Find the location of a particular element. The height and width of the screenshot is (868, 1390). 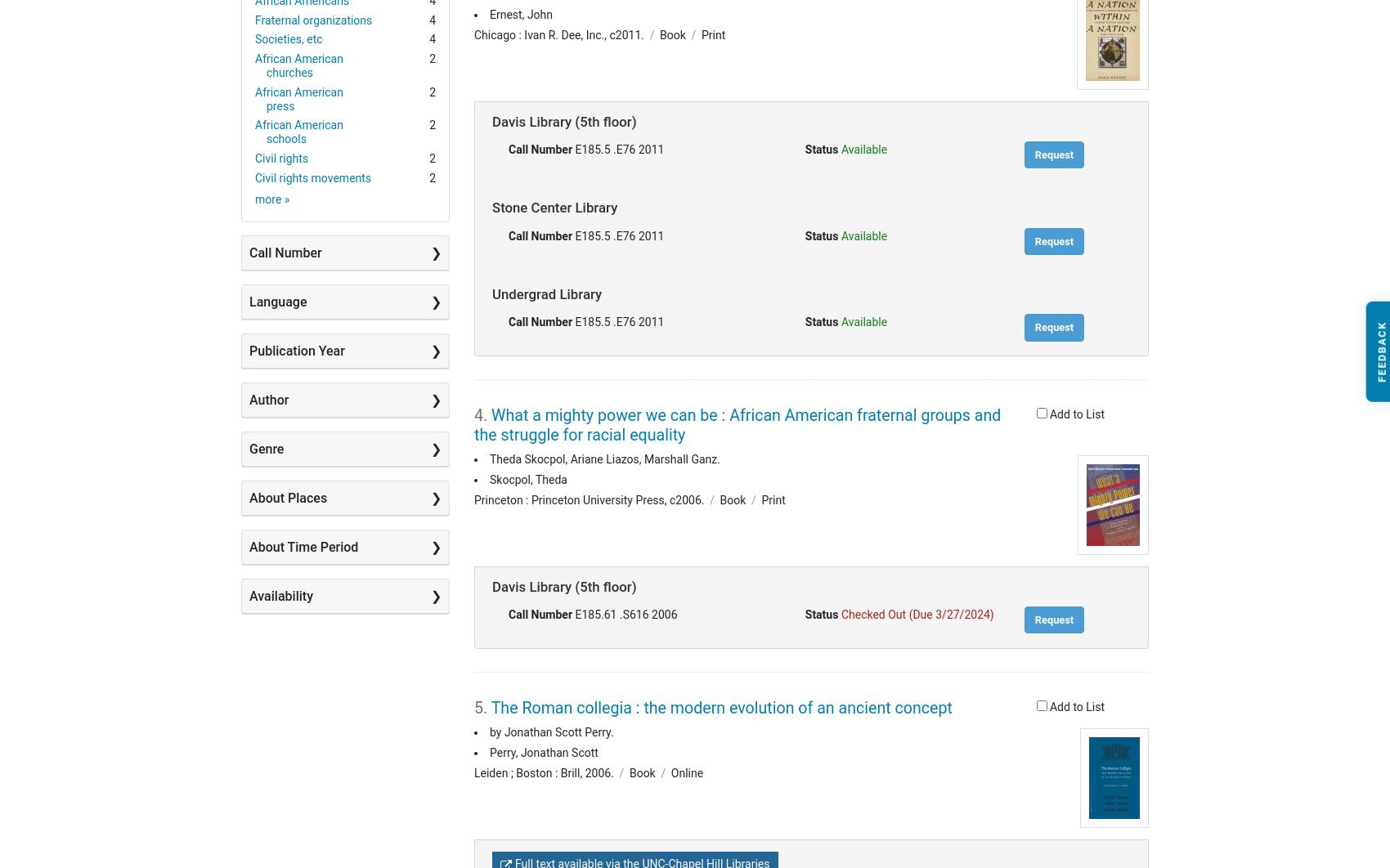

'Civil rights movements' is located at coordinates (312, 177).